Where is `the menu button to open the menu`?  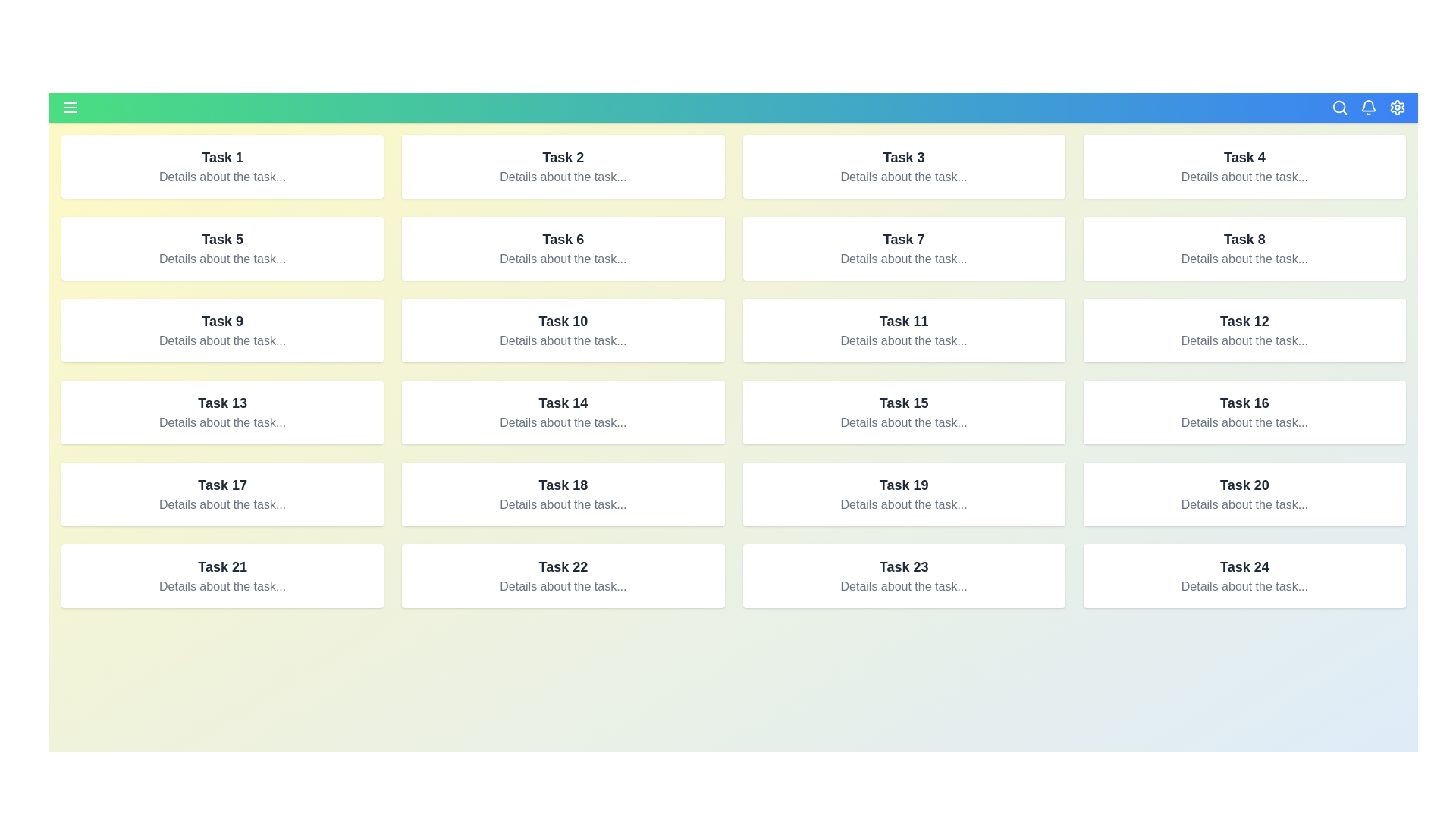 the menu button to open the menu is located at coordinates (69, 107).